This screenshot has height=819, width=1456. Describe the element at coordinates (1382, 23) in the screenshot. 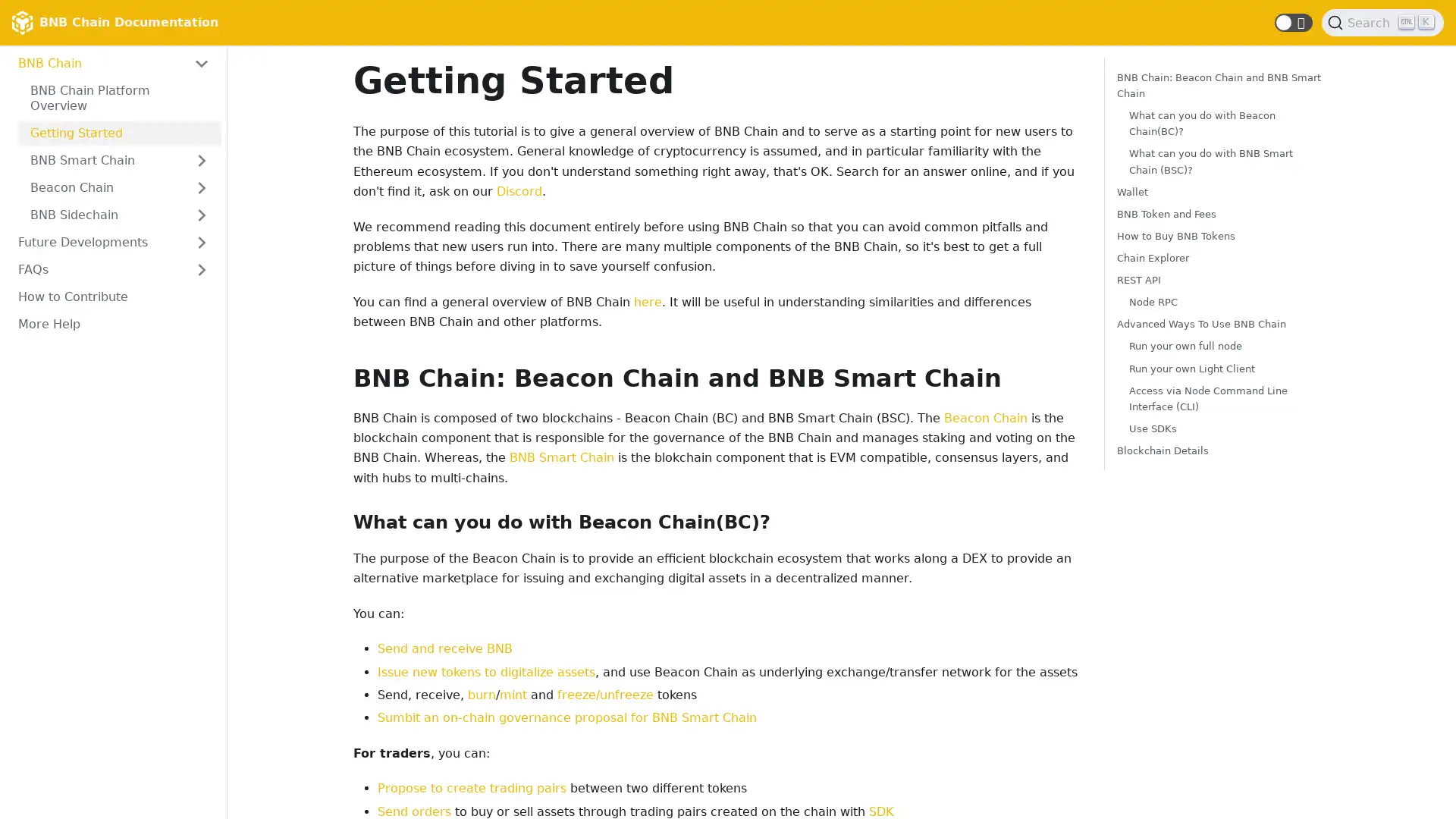

I see `Search` at that location.